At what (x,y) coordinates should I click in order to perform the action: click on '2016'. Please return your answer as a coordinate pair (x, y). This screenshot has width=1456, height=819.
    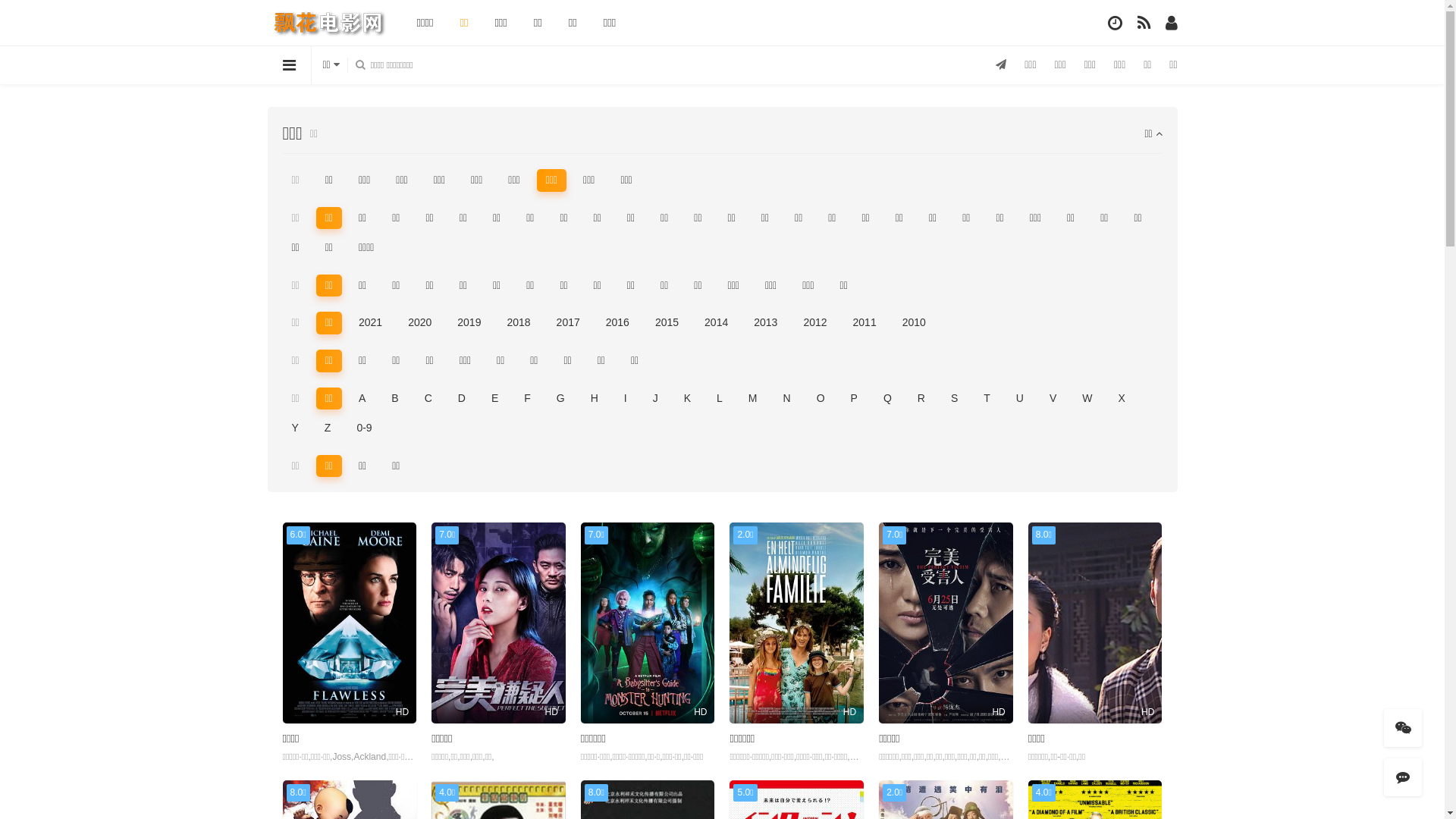
    Looking at the image, I should click on (617, 322).